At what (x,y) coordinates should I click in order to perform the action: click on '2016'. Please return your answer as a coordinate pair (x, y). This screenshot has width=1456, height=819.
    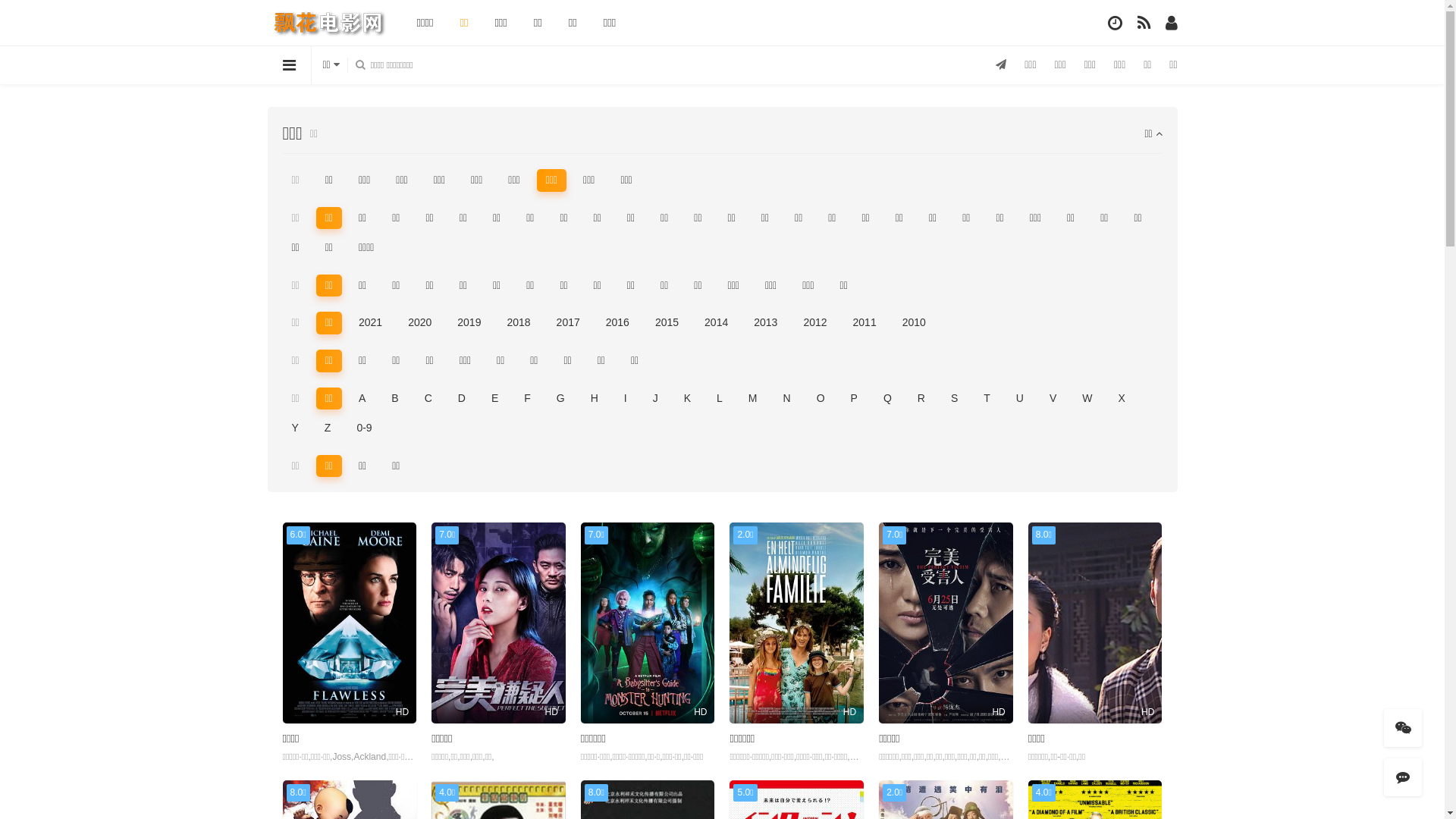
    Looking at the image, I should click on (617, 322).